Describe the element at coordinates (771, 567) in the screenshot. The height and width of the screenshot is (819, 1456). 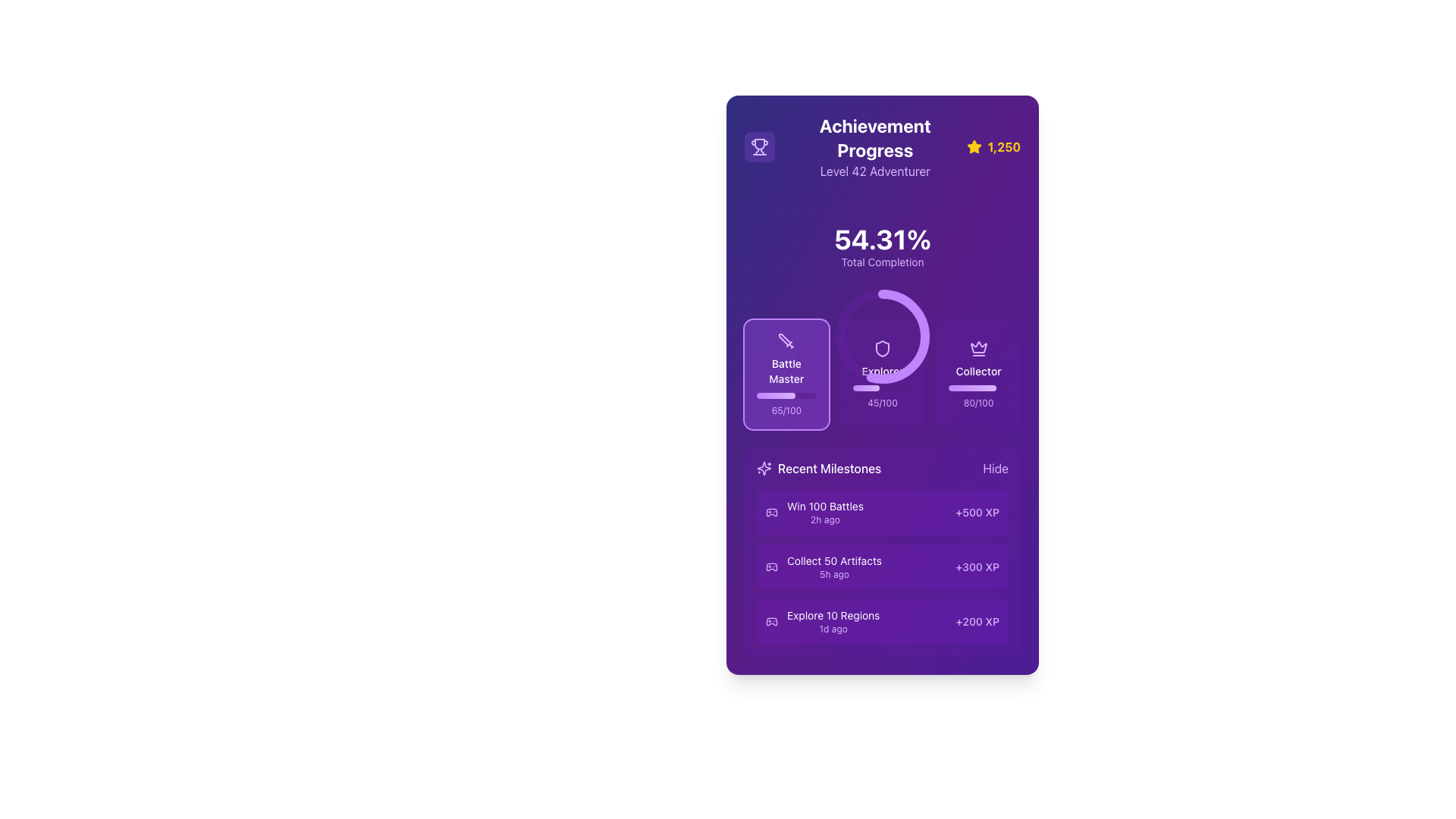
I see `the appearance of the achievement icon located next to 'Collect 50 Artifacts' in the 'Recent Milestones' section` at that location.